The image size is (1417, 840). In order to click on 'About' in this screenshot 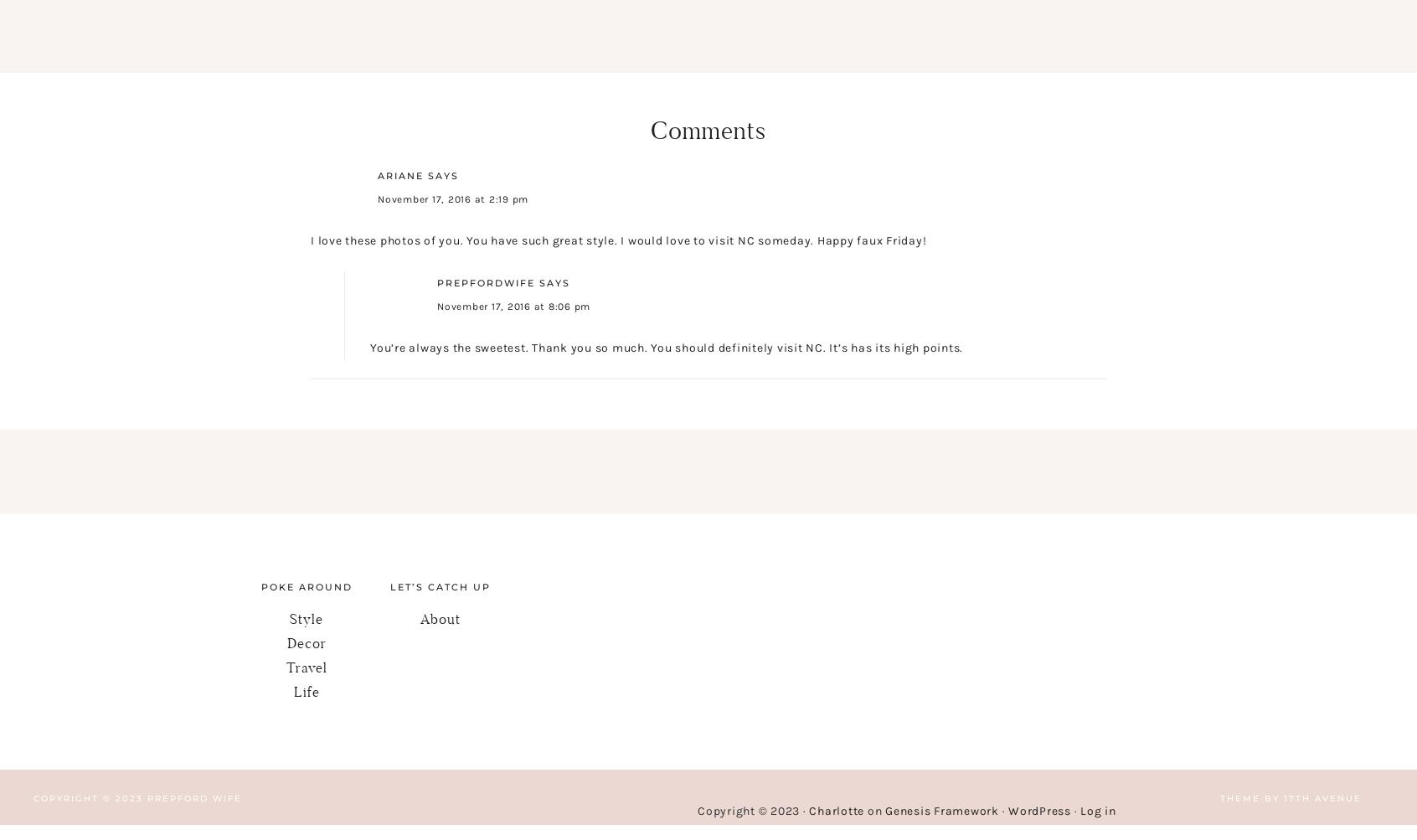, I will do `click(441, 618)`.